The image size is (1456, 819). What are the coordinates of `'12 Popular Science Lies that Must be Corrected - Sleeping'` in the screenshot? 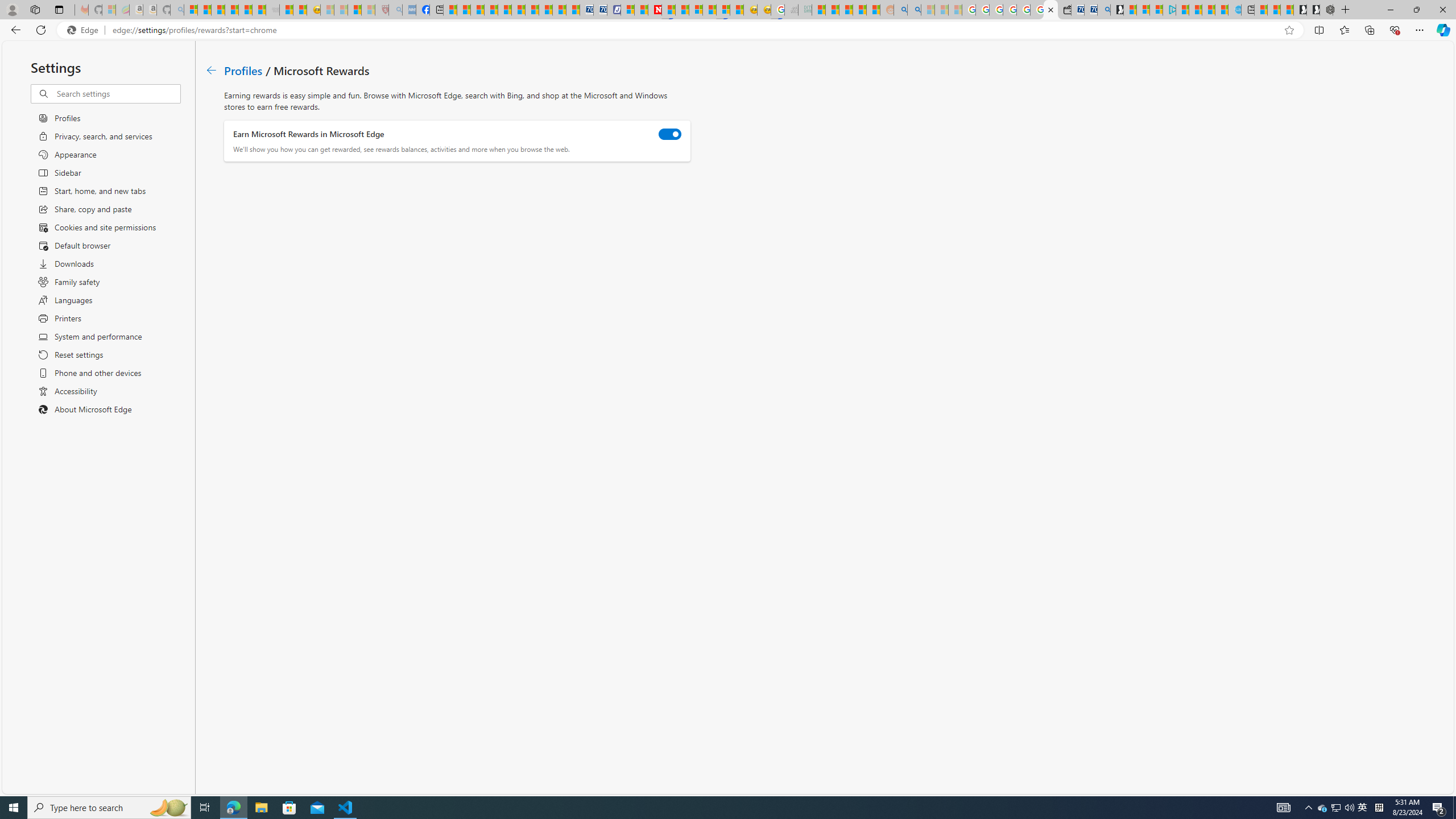 It's located at (368, 9).